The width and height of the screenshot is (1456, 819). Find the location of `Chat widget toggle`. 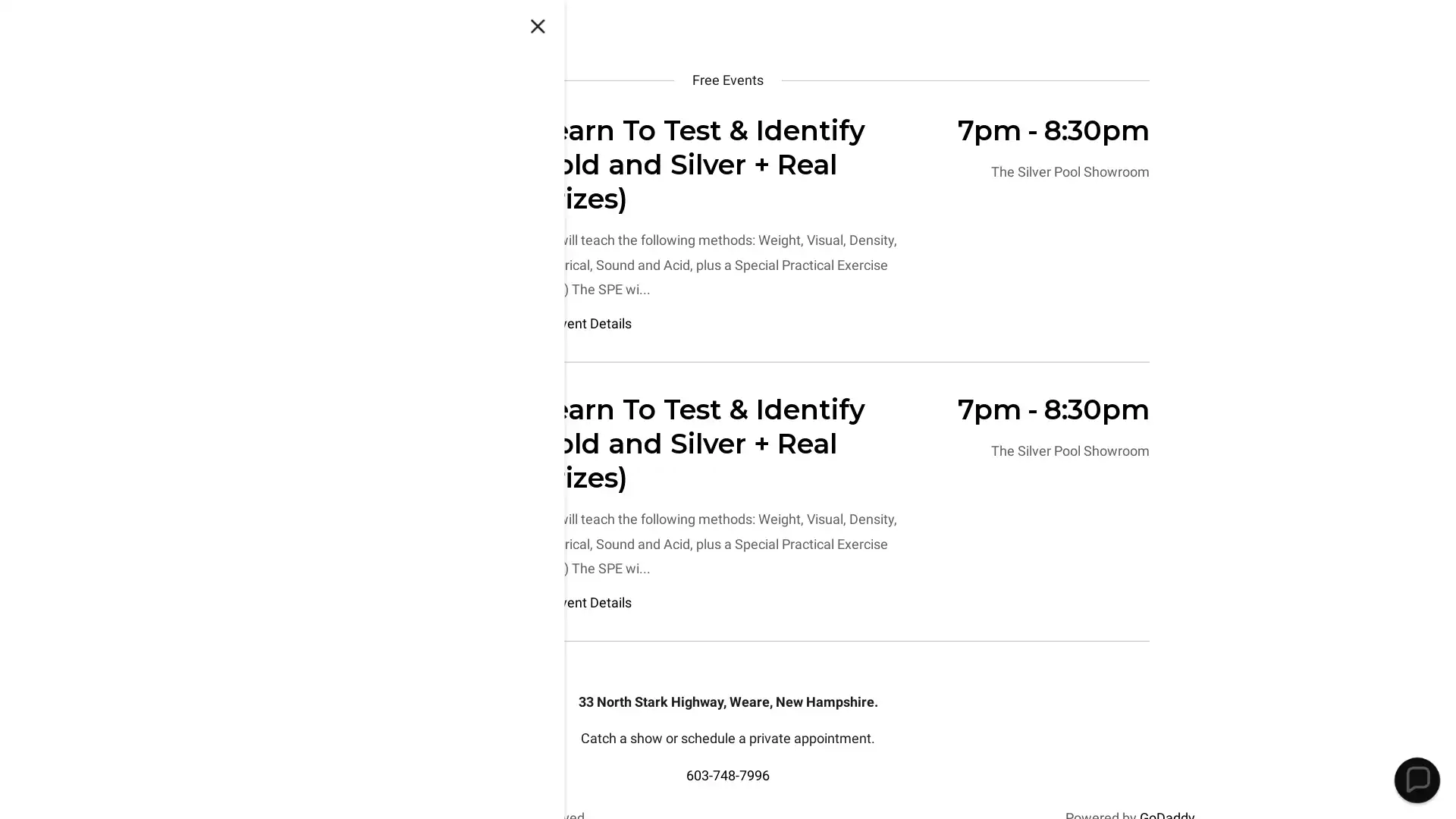

Chat widget toggle is located at coordinates (1416, 780).